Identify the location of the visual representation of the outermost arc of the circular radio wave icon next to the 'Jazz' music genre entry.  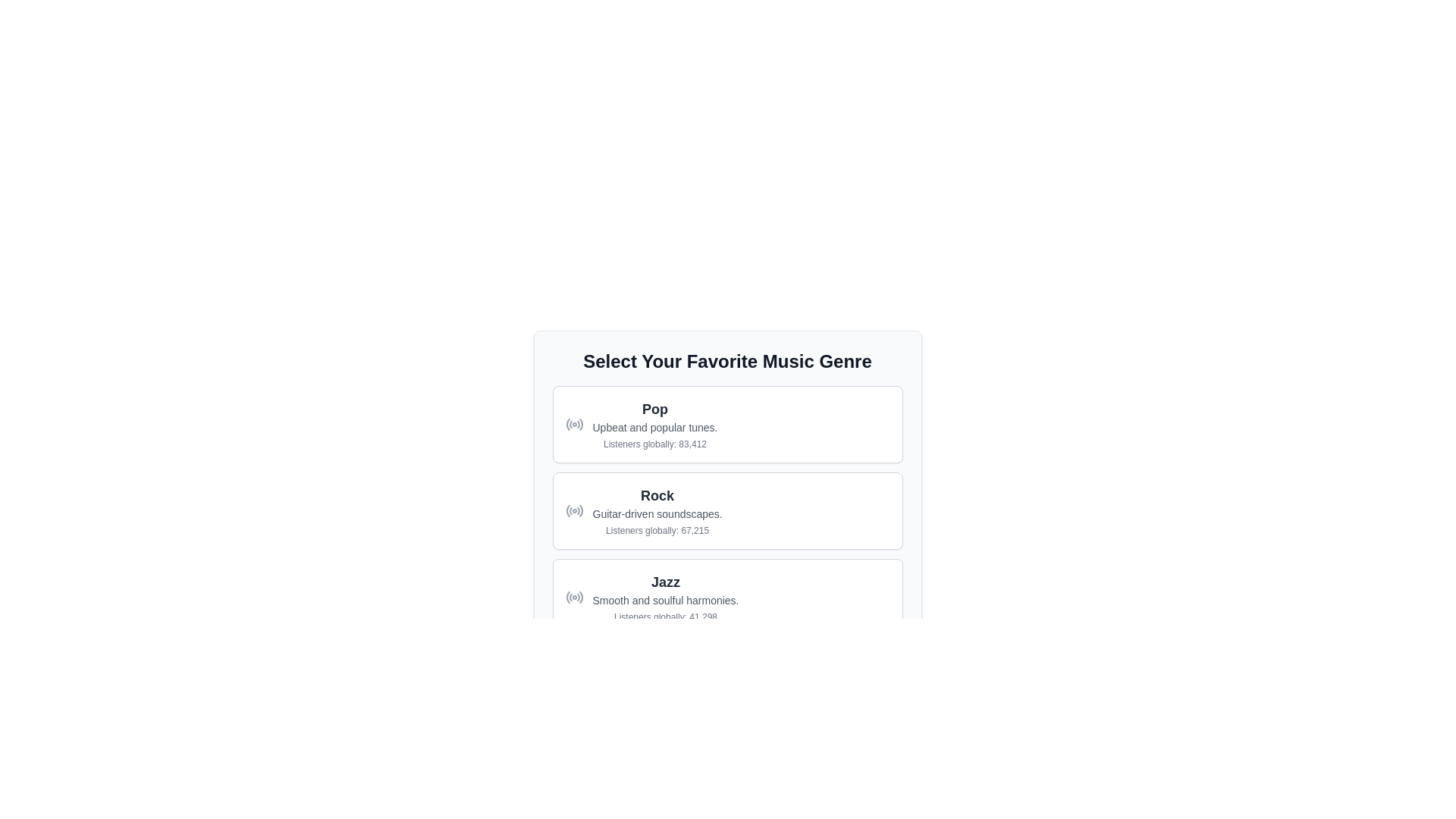
(580, 596).